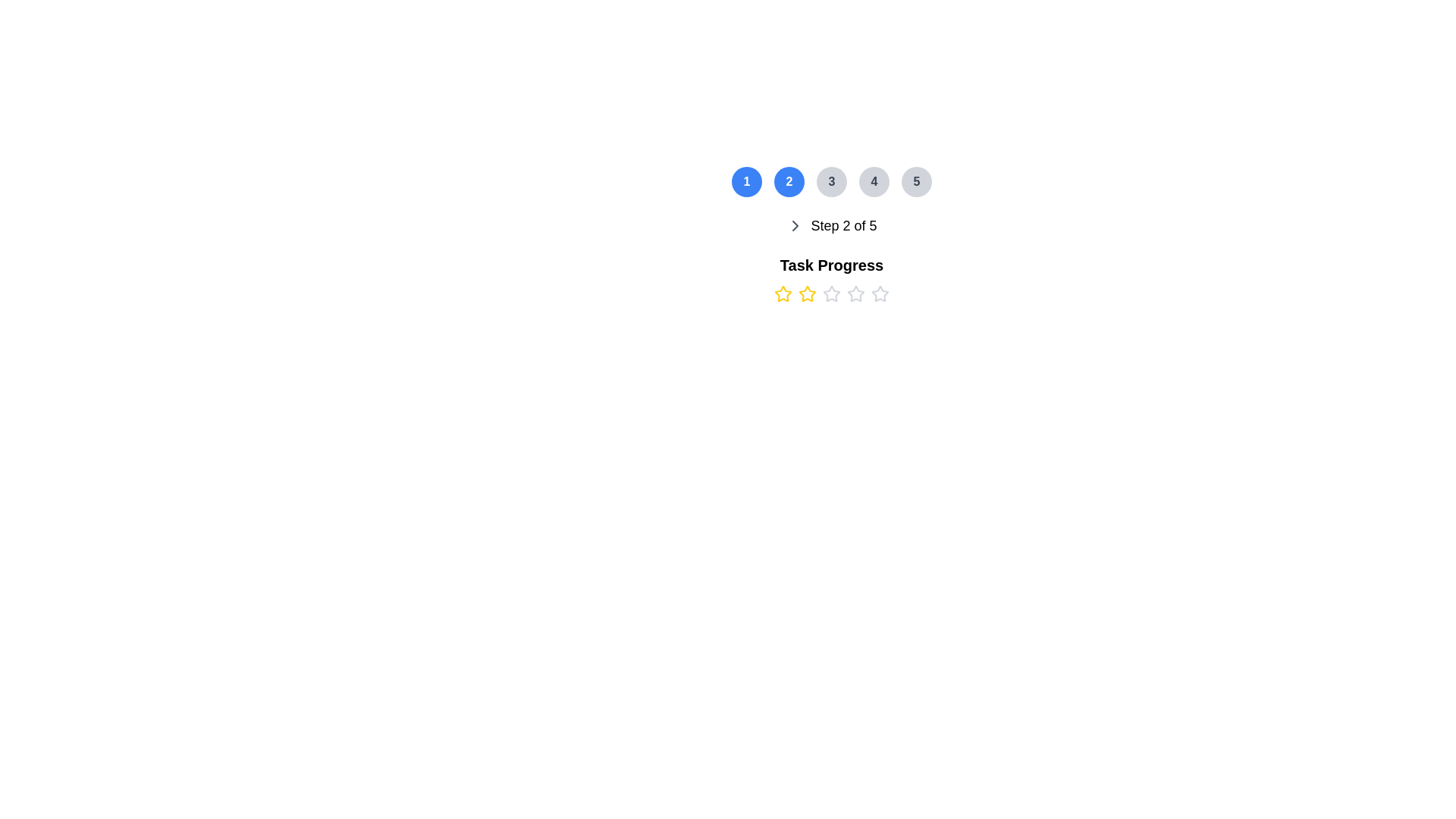 The image size is (1456, 819). Describe the element at coordinates (916, 180) in the screenshot. I see `the circular button labeled '5'` at that location.